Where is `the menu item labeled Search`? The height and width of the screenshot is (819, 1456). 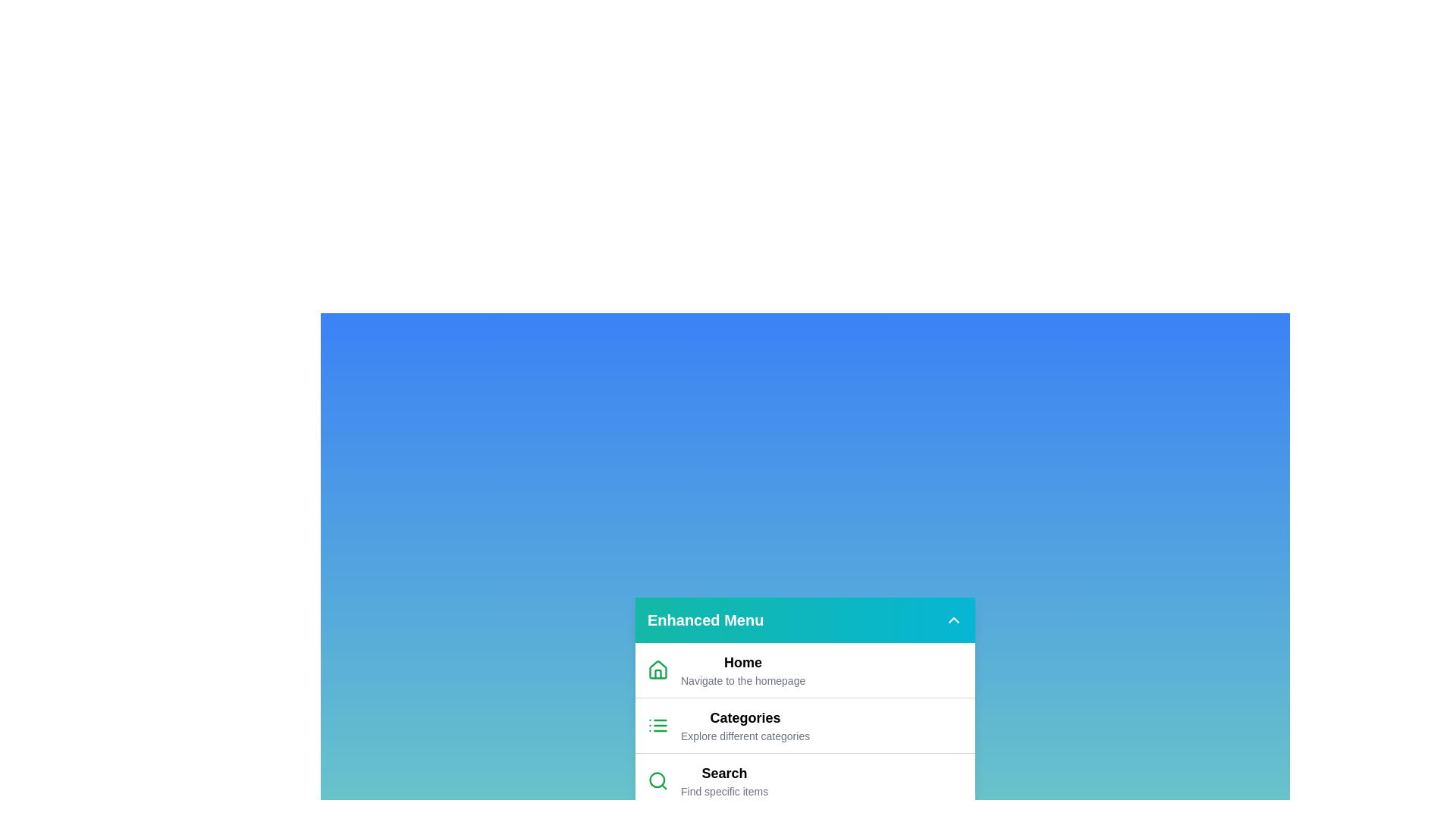 the menu item labeled Search is located at coordinates (720, 780).